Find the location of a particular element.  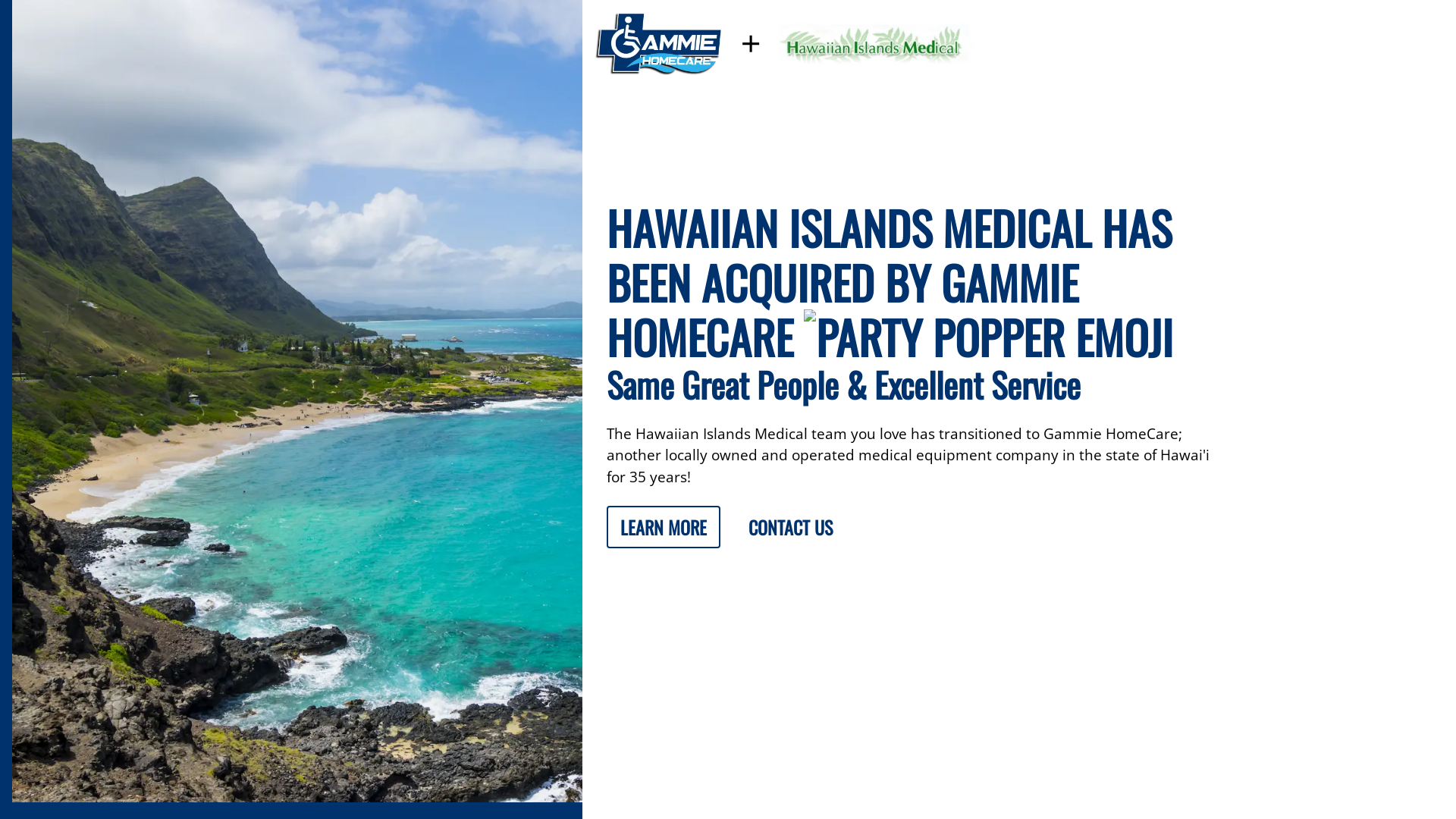

'LEARN MORE' is located at coordinates (663, 526).